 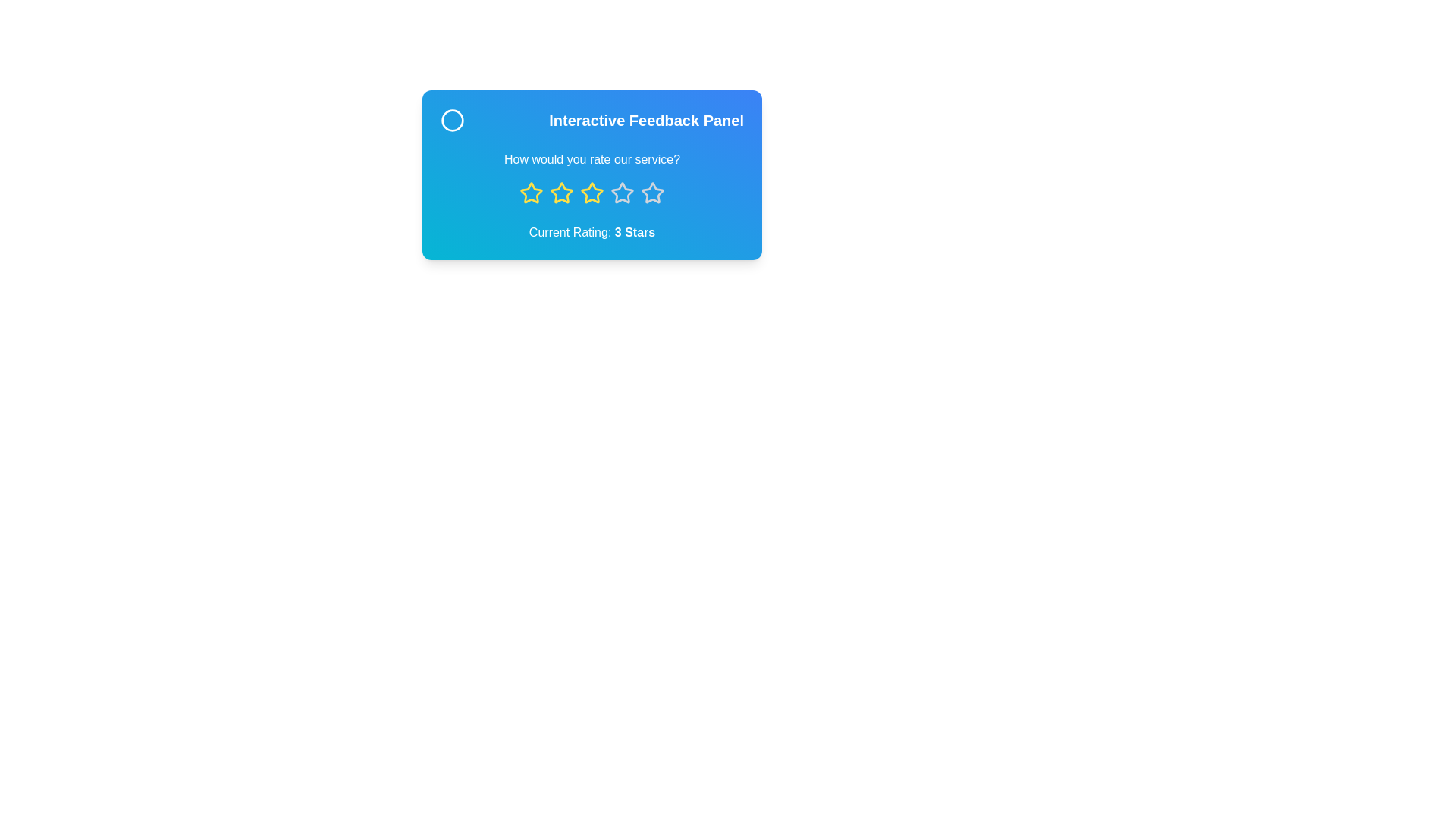 What do you see at coordinates (591, 119) in the screenshot?
I see `the 'Interactive Feedback Panel' text label, which is styled with a bold white font and positioned next to a circular icon on a gradient cyan to blue background` at bounding box center [591, 119].